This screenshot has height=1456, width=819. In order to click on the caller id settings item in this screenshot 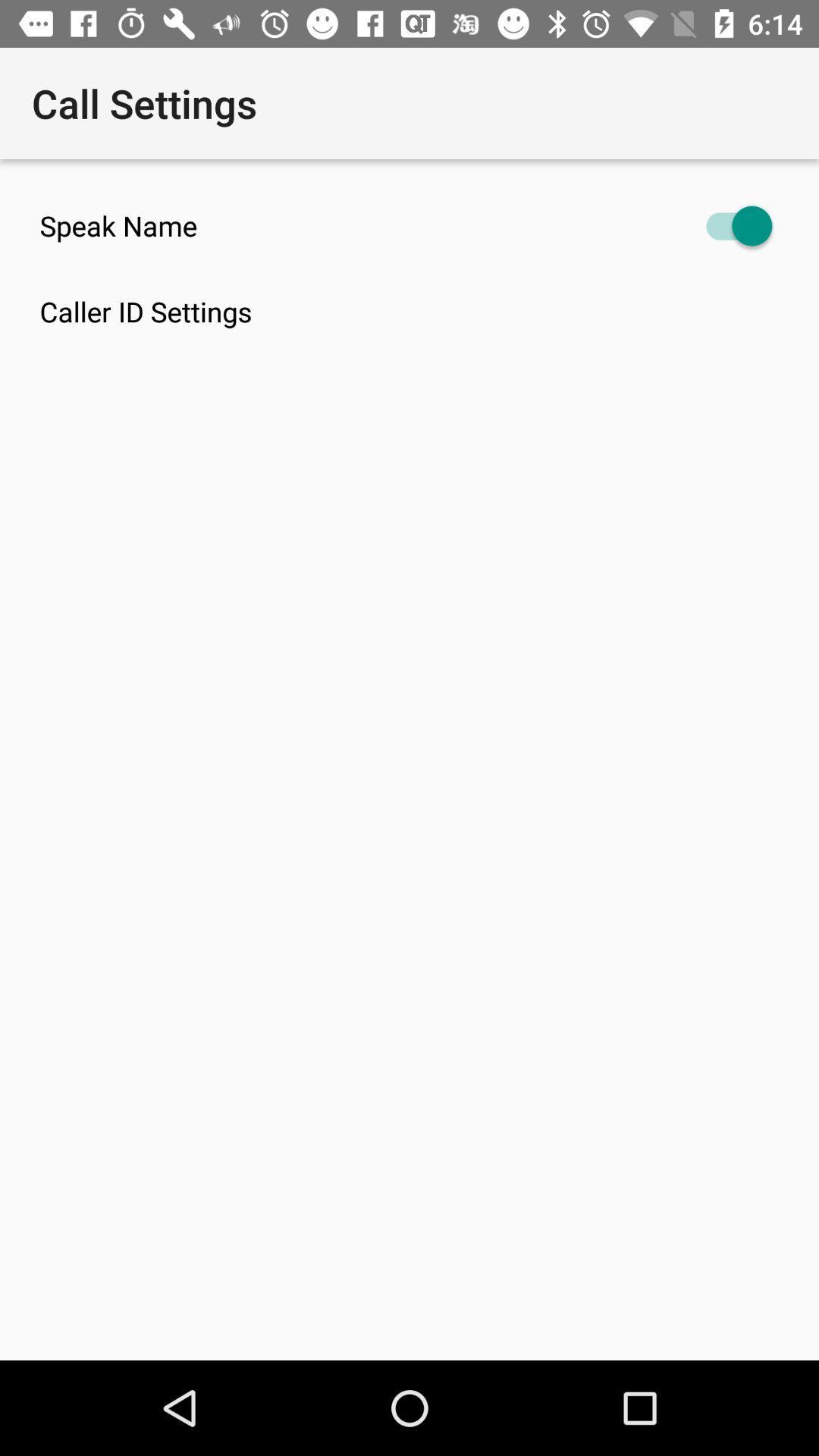, I will do `click(429, 311)`.